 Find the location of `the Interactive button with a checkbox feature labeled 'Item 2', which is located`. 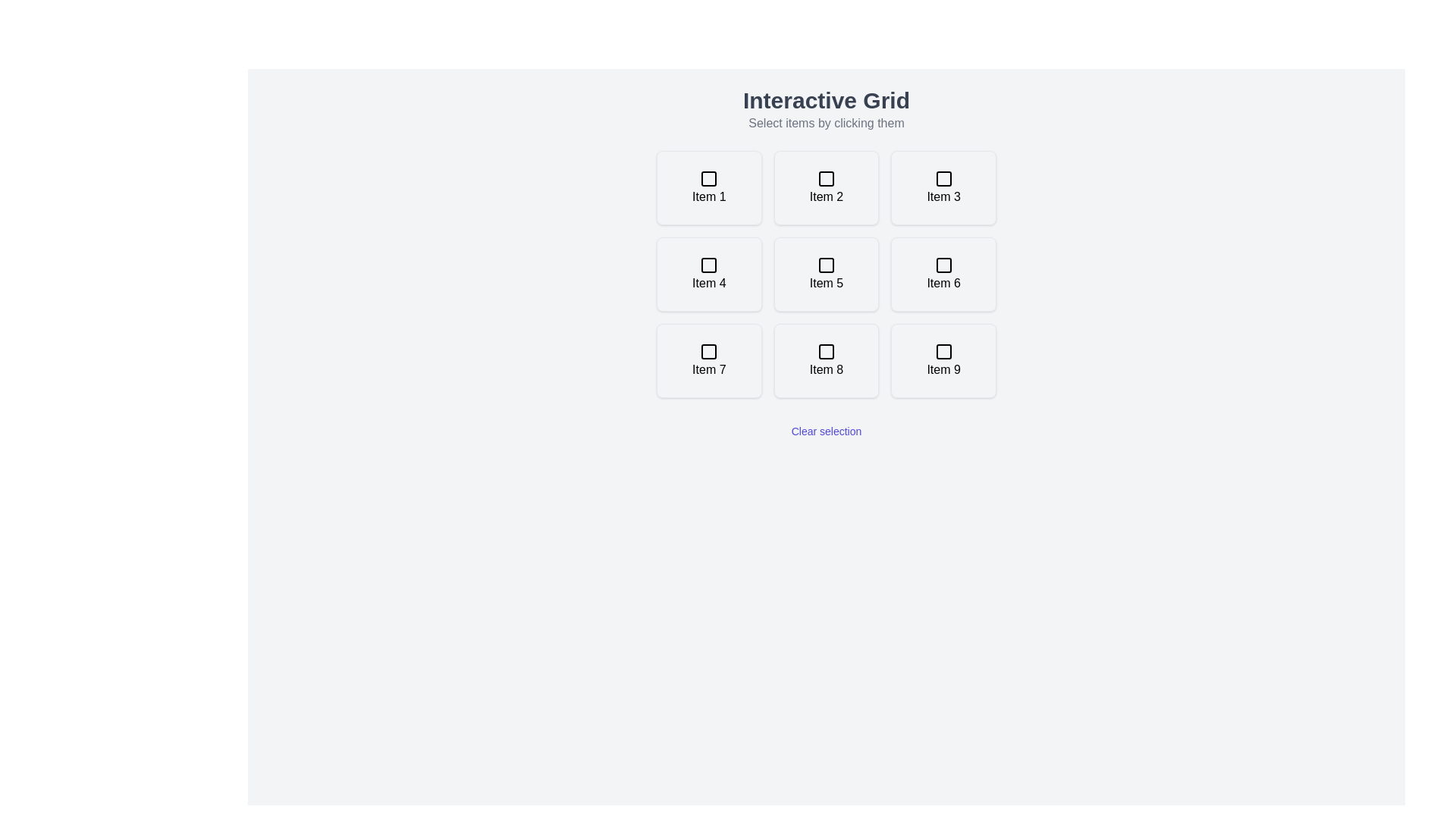

the Interactive button with a checkbox feature labeled 'Item 2', which is located is located at coordinates (825, 187).